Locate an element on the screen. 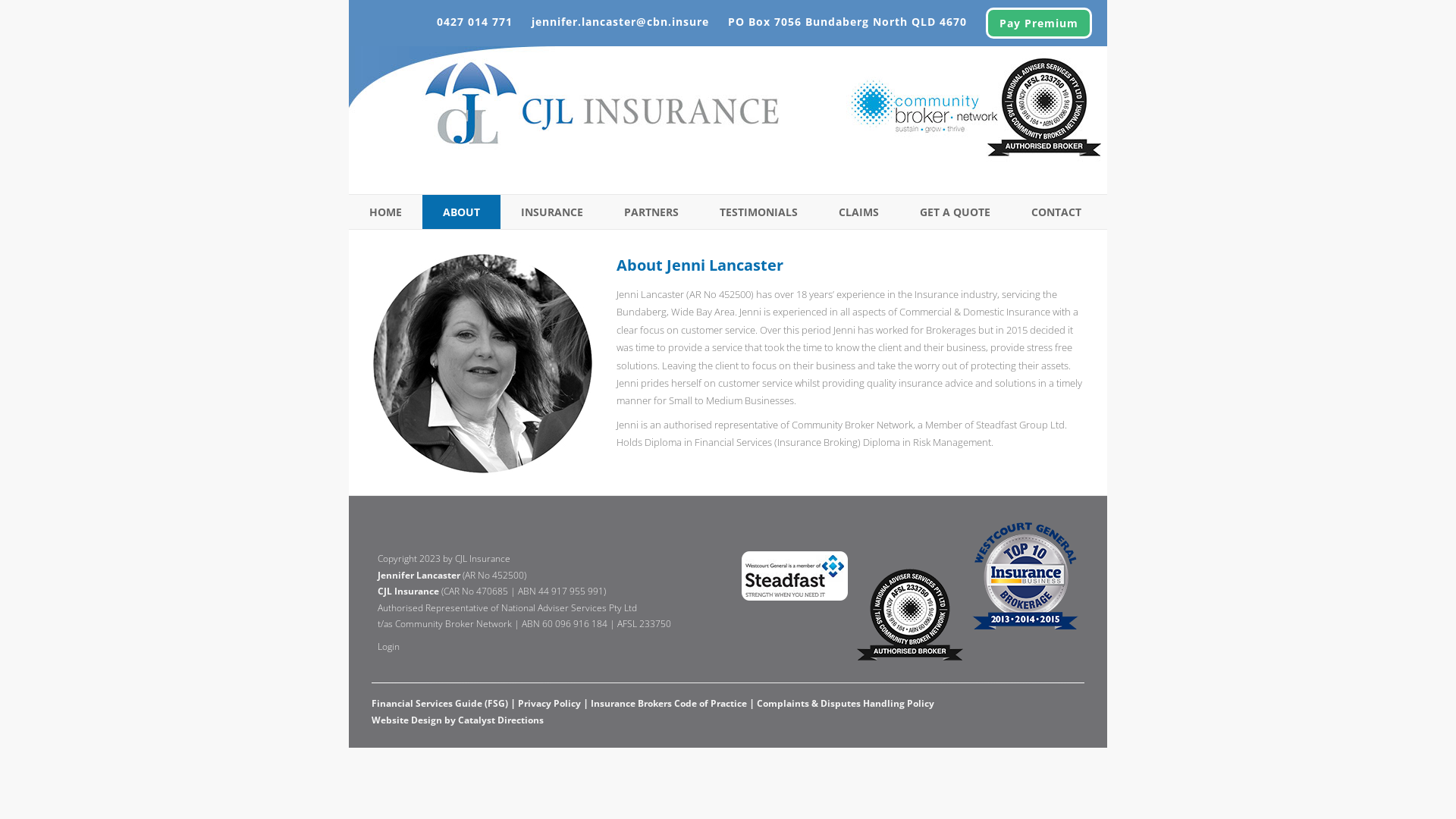 The width and height of the screenshot is (1456, 819). 'TESTIMONIALS' is located at coordinates (758, 212).